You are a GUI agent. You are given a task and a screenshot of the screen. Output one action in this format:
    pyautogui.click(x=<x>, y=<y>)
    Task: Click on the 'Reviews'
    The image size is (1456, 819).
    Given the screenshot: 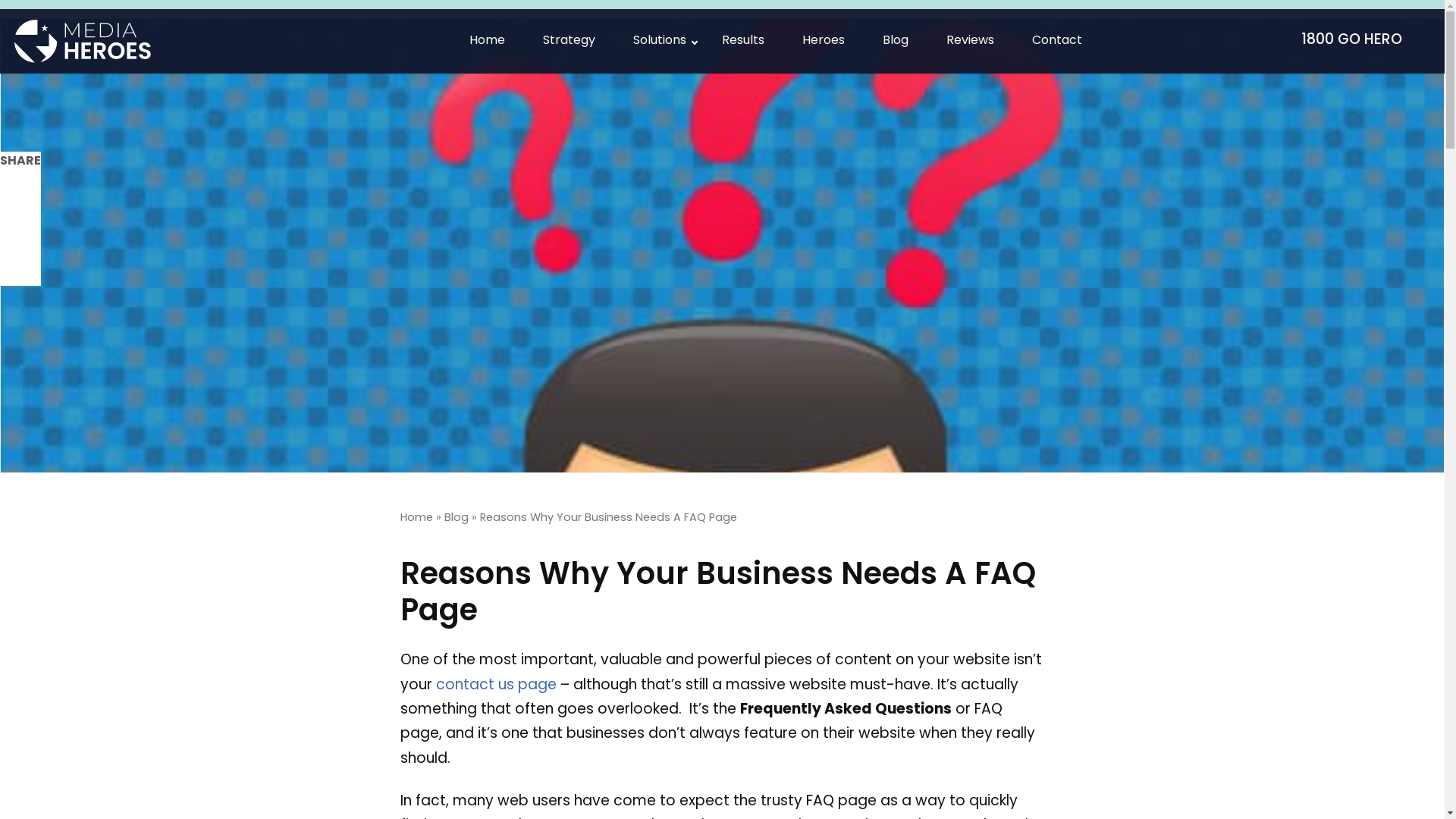 What is the action you would take?
    pyautogui.click(x=969, y=40)
    